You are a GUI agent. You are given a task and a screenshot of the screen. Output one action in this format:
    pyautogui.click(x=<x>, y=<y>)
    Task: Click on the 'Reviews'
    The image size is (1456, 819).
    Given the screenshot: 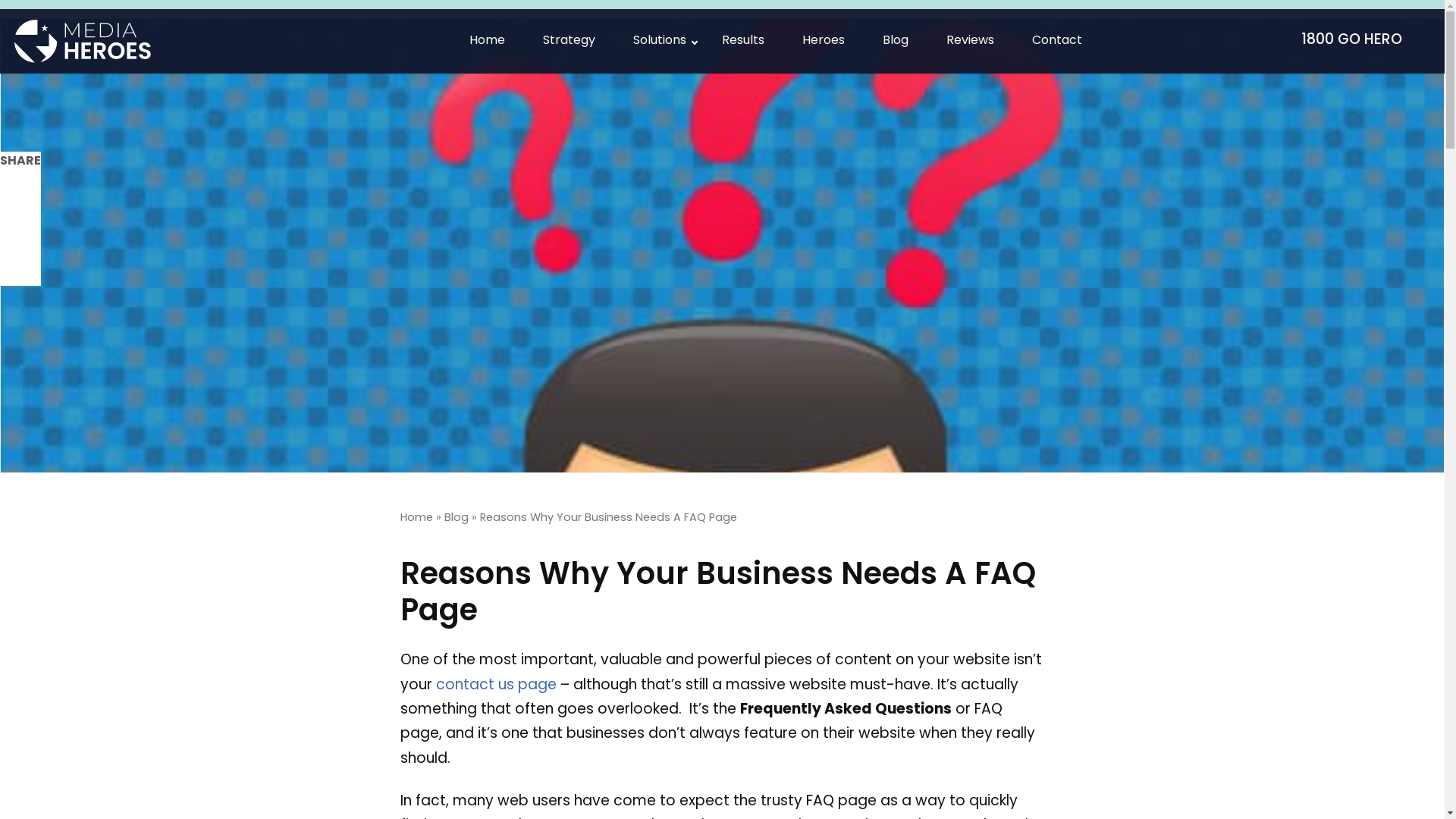 What is the action you would take?
    pyautogui.click(x=969, y=40)
    